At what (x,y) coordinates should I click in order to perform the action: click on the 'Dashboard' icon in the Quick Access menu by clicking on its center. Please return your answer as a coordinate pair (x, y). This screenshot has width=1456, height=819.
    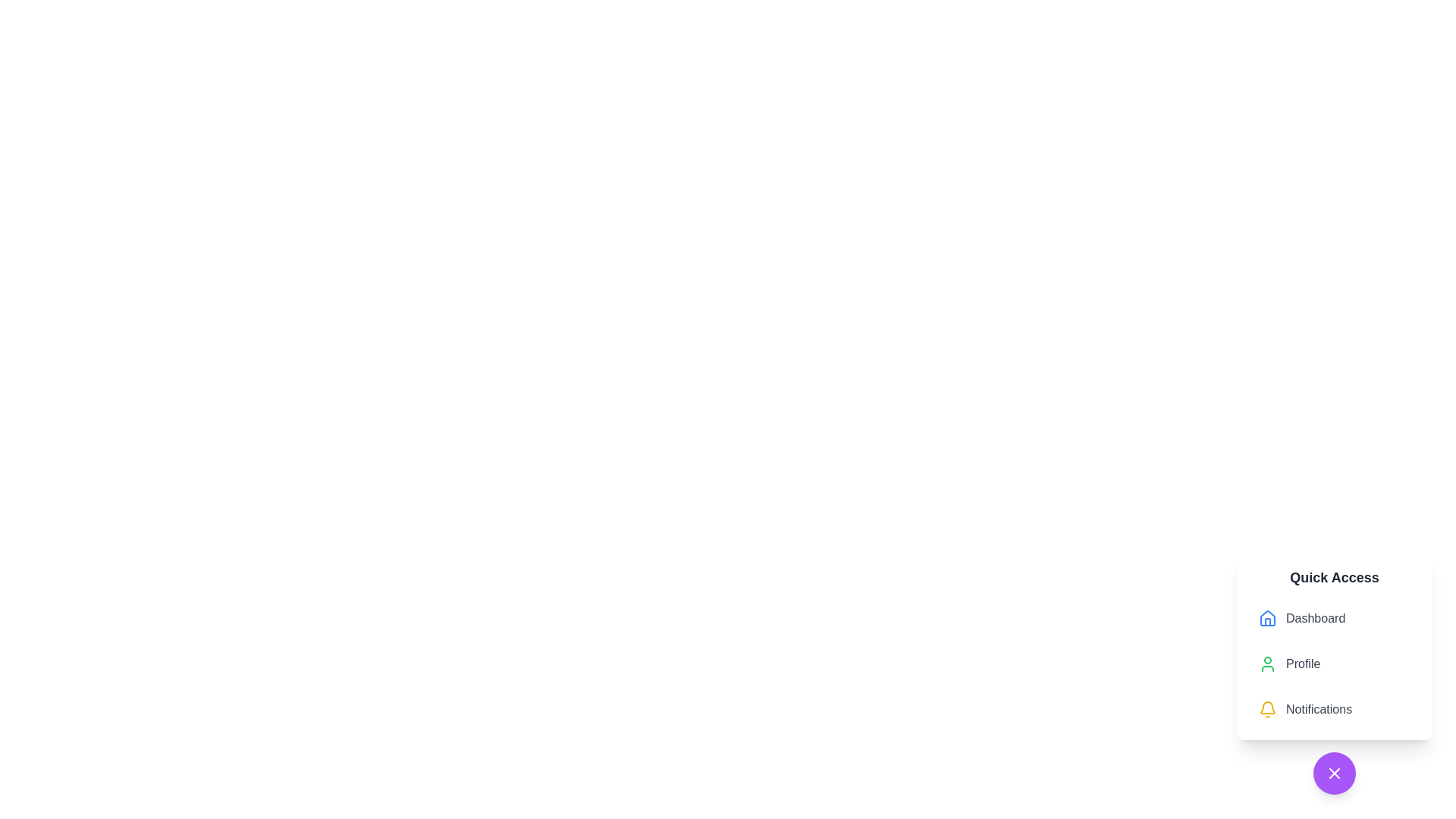
    Looking at the image, I should click on (1267, 619).